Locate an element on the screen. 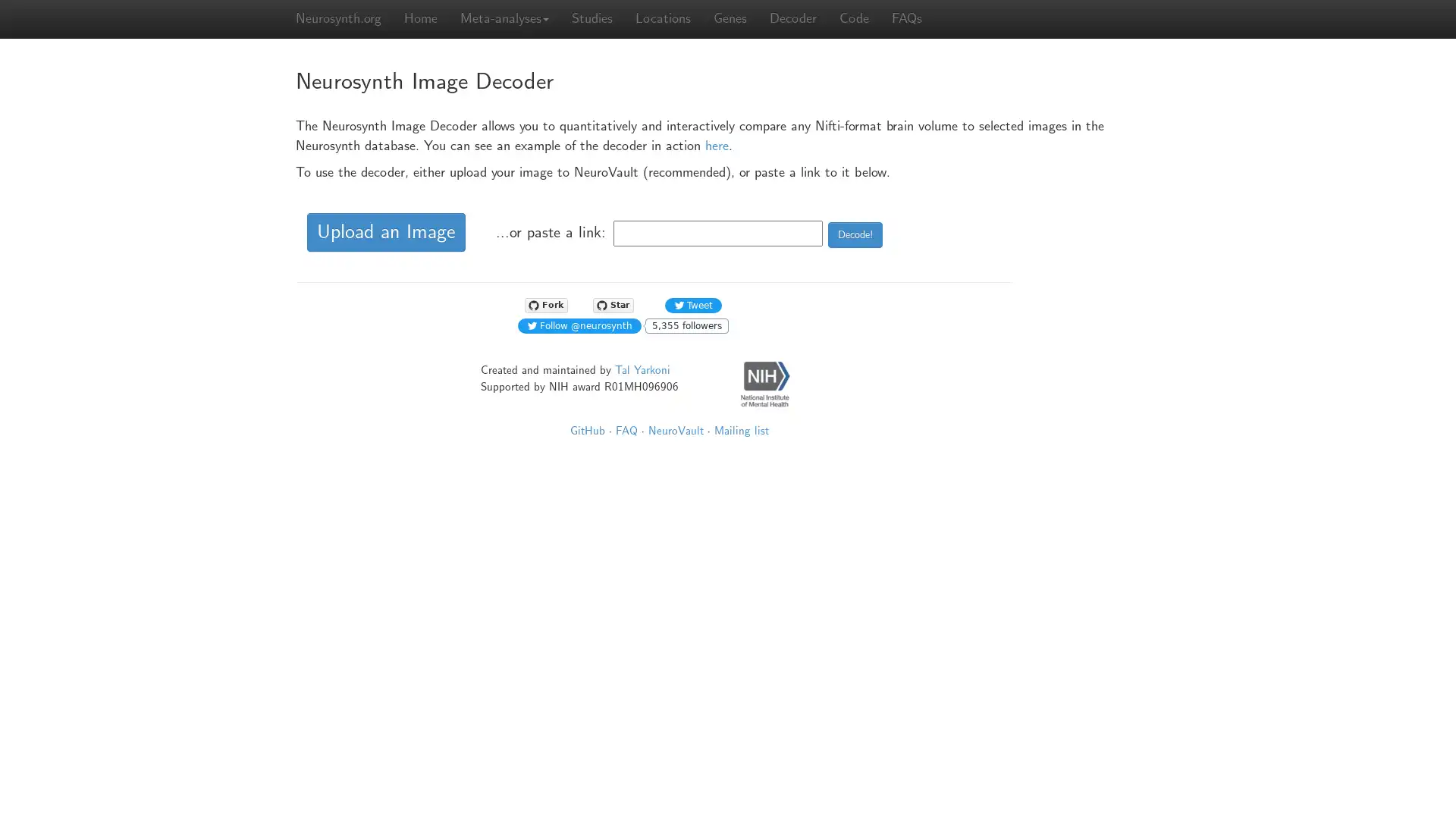 The width and height of the screenshot is (1456, 819). Decode! is located at coordinates (855, 234).